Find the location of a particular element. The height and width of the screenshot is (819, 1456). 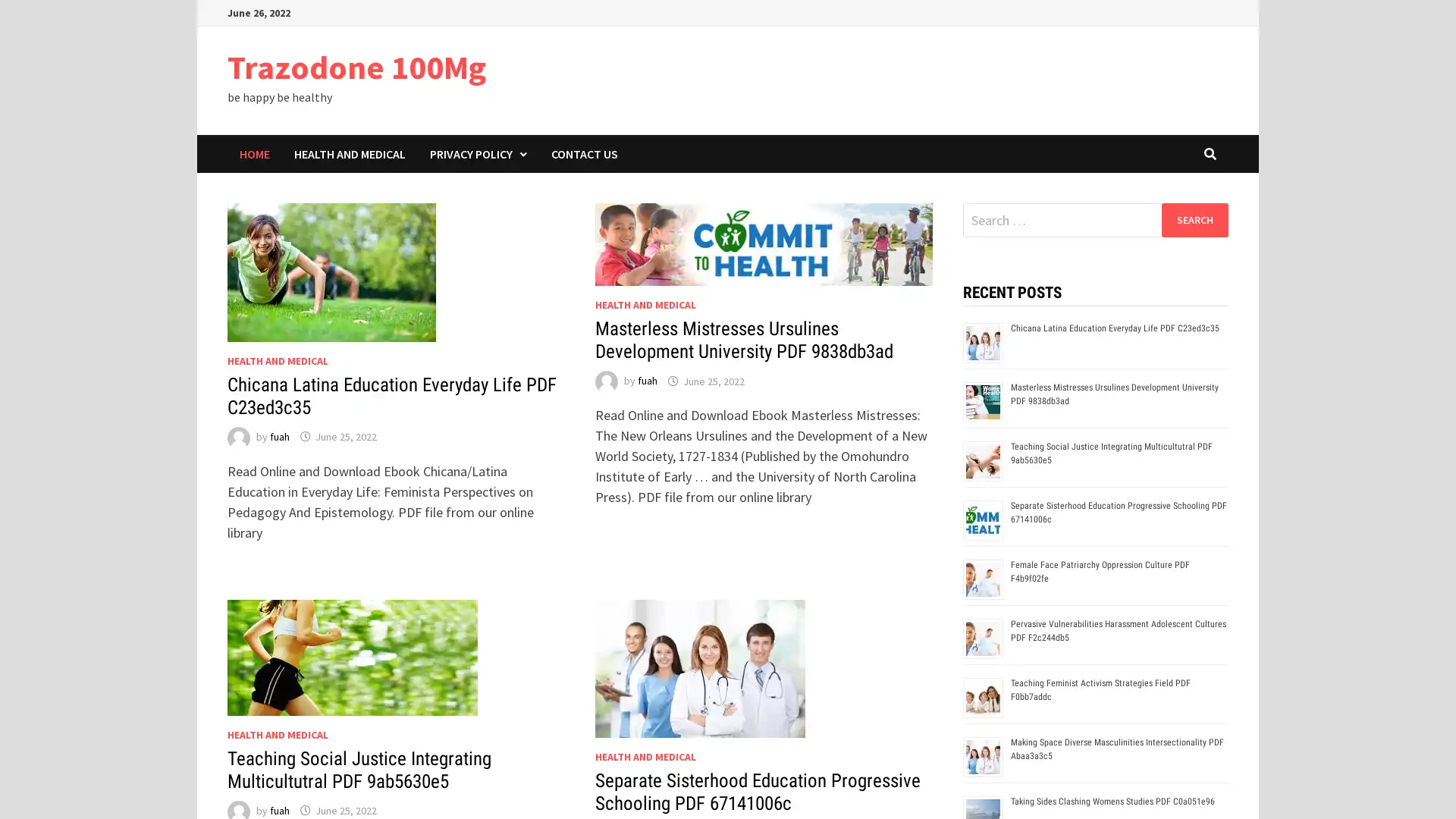

Search is located at coordinates (1194, 219).